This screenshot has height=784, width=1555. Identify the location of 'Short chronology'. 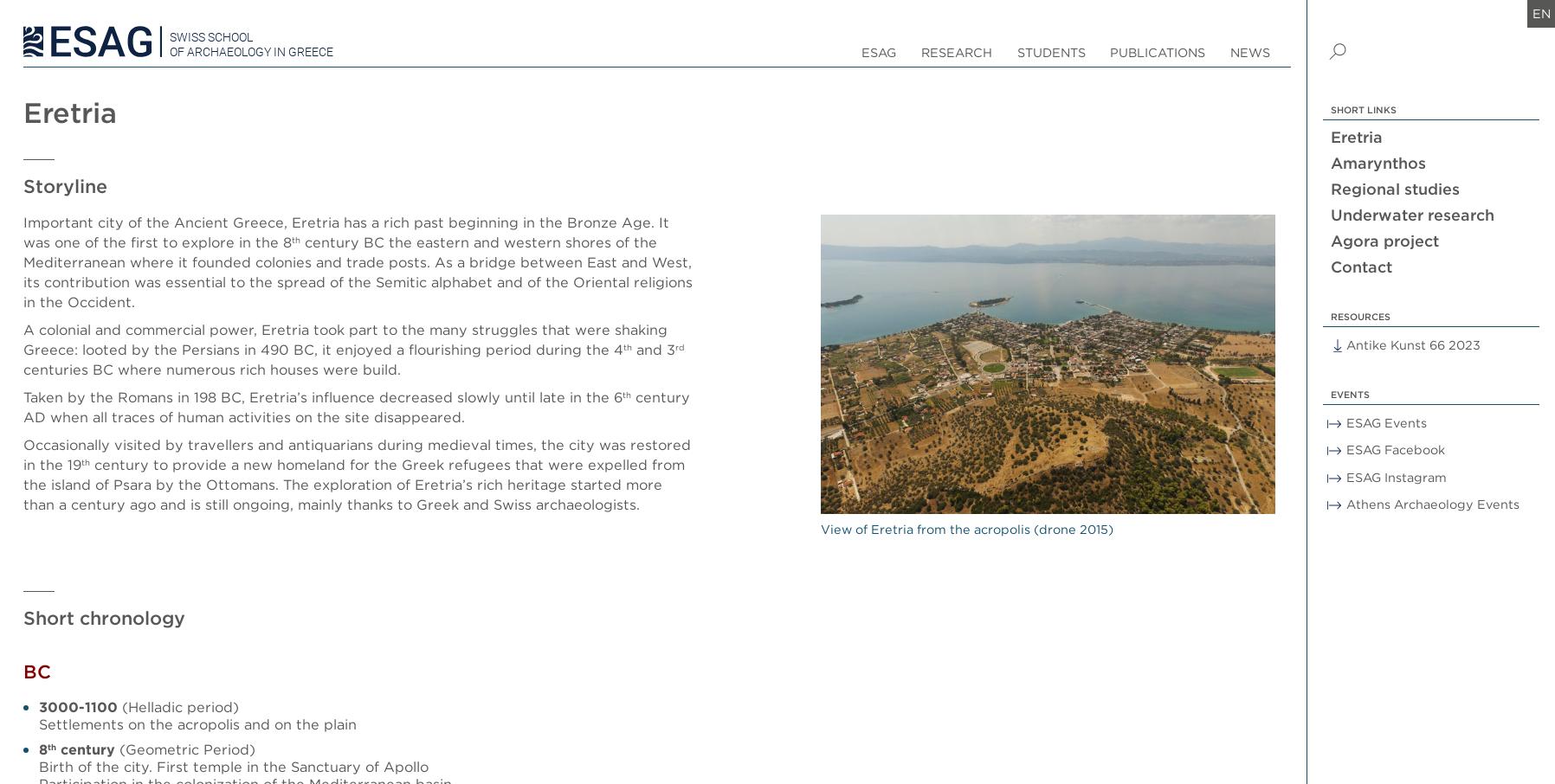
(103, 618).